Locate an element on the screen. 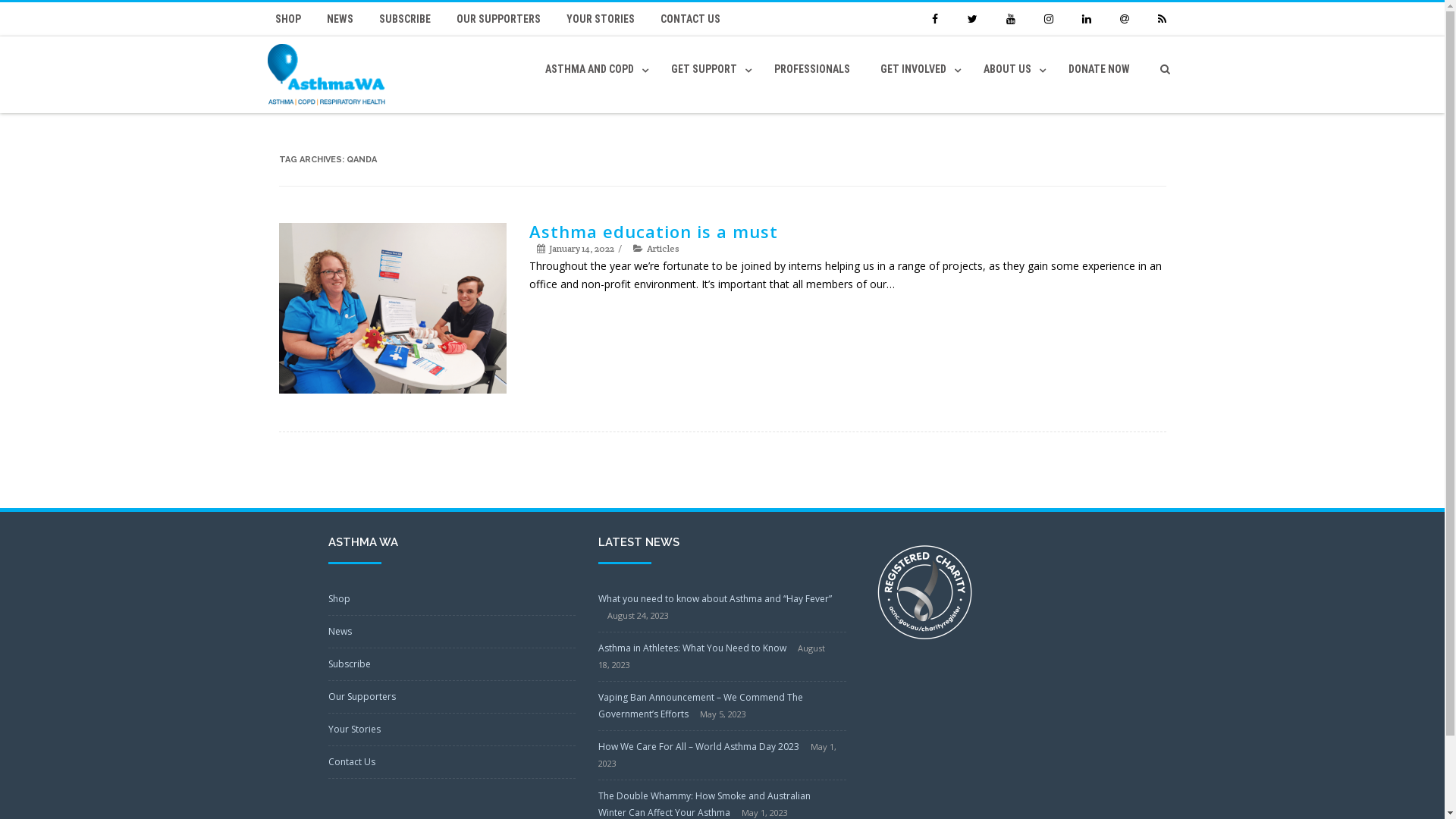 The height and width of the screenshot is (819, 1456). 'Your Stories' is located at coordinates (353, 728).